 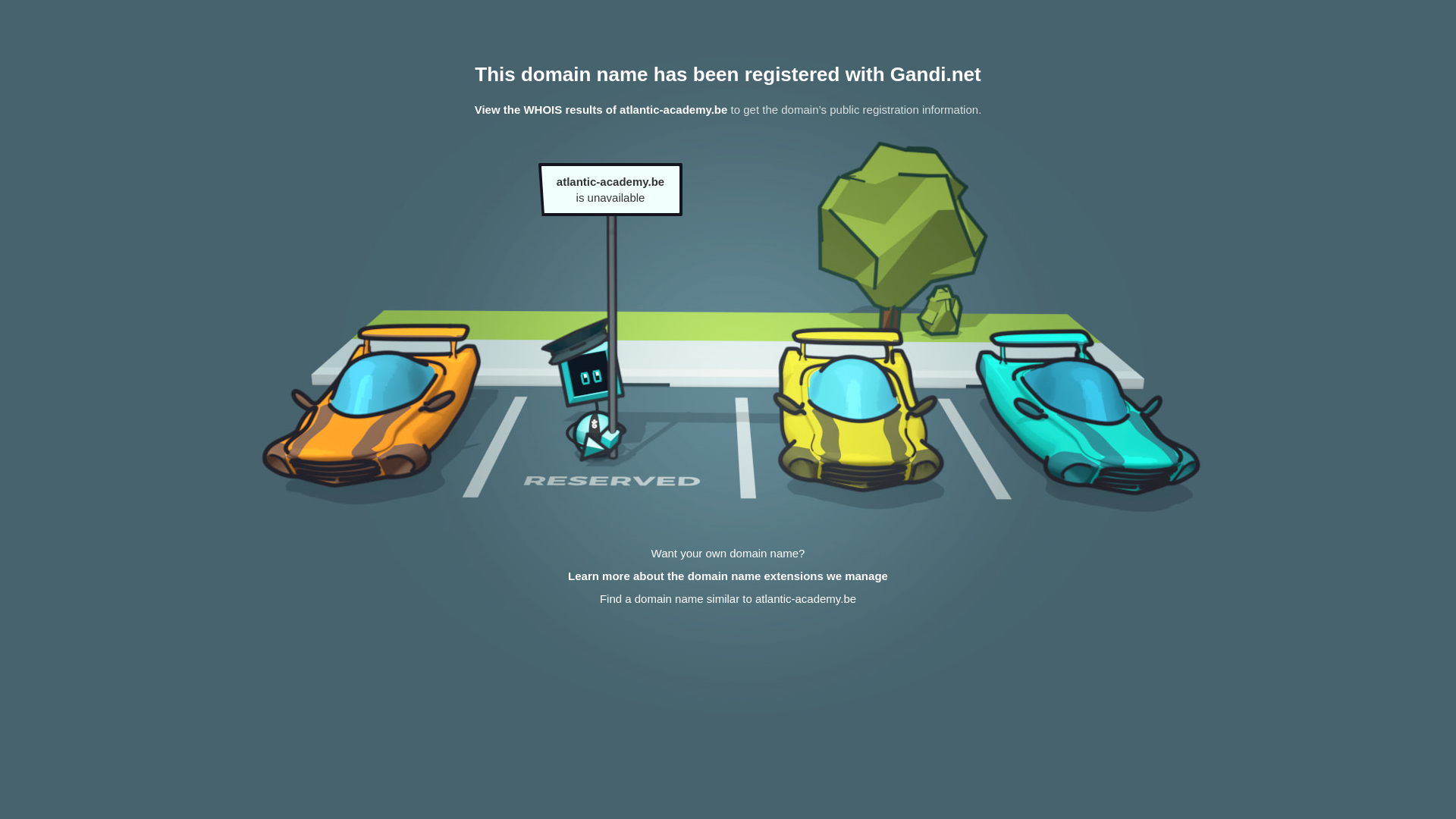 I want to click on 'Learn more about the domain name extensions we manage', so click(x=728, y=576).